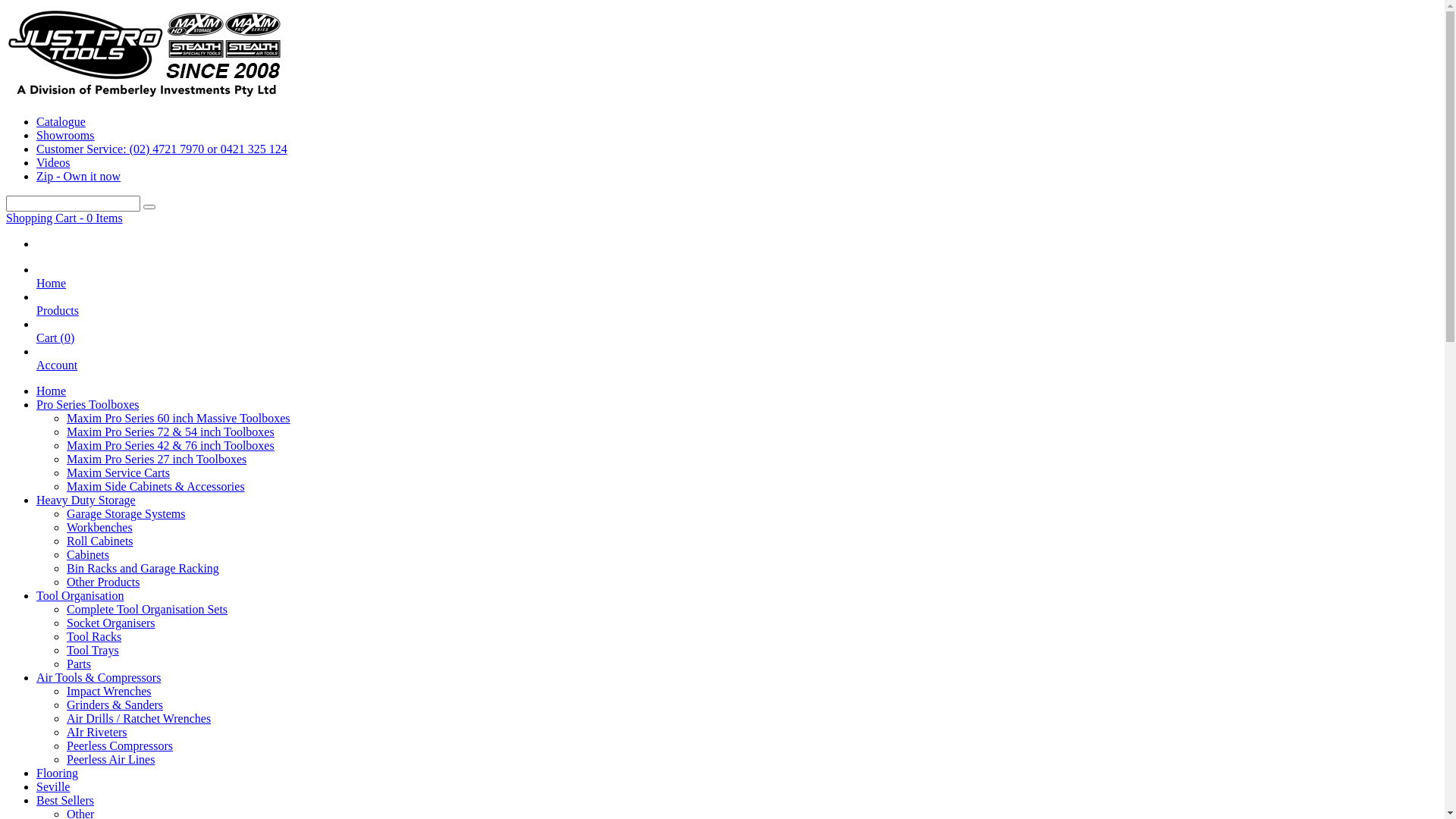 The width and height of the screenshot is (1456, 819). What do you see at coordinates (57, 773) in the screenshot?
I see `'Flooring'` at bounding box center [57, 773].